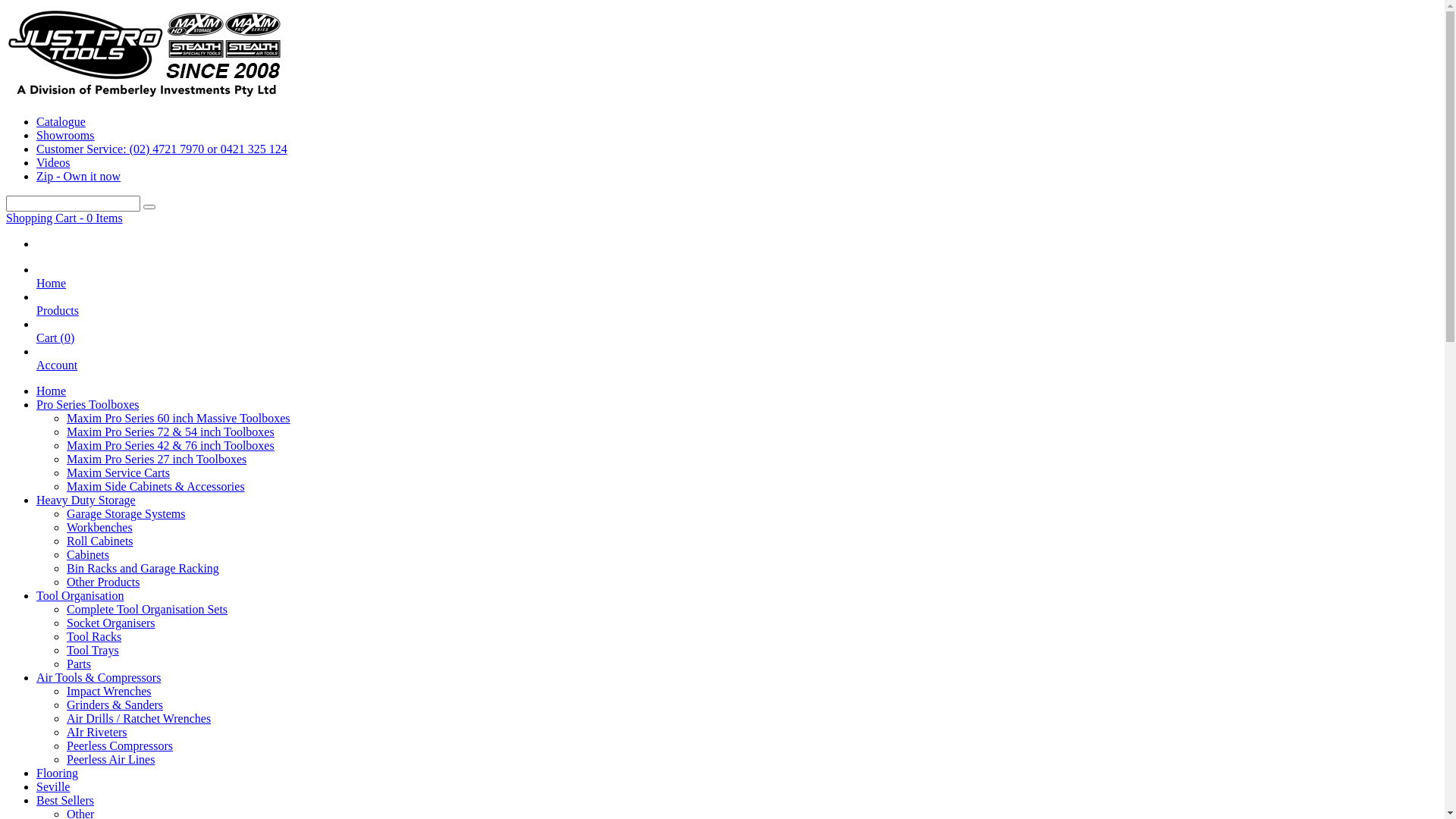 The width and height of the screenshot is (1456, 819). What do you see at coordinates (57, 773) in the screenshot?
I see `'Flooring'` at bounding box center [57, 773].